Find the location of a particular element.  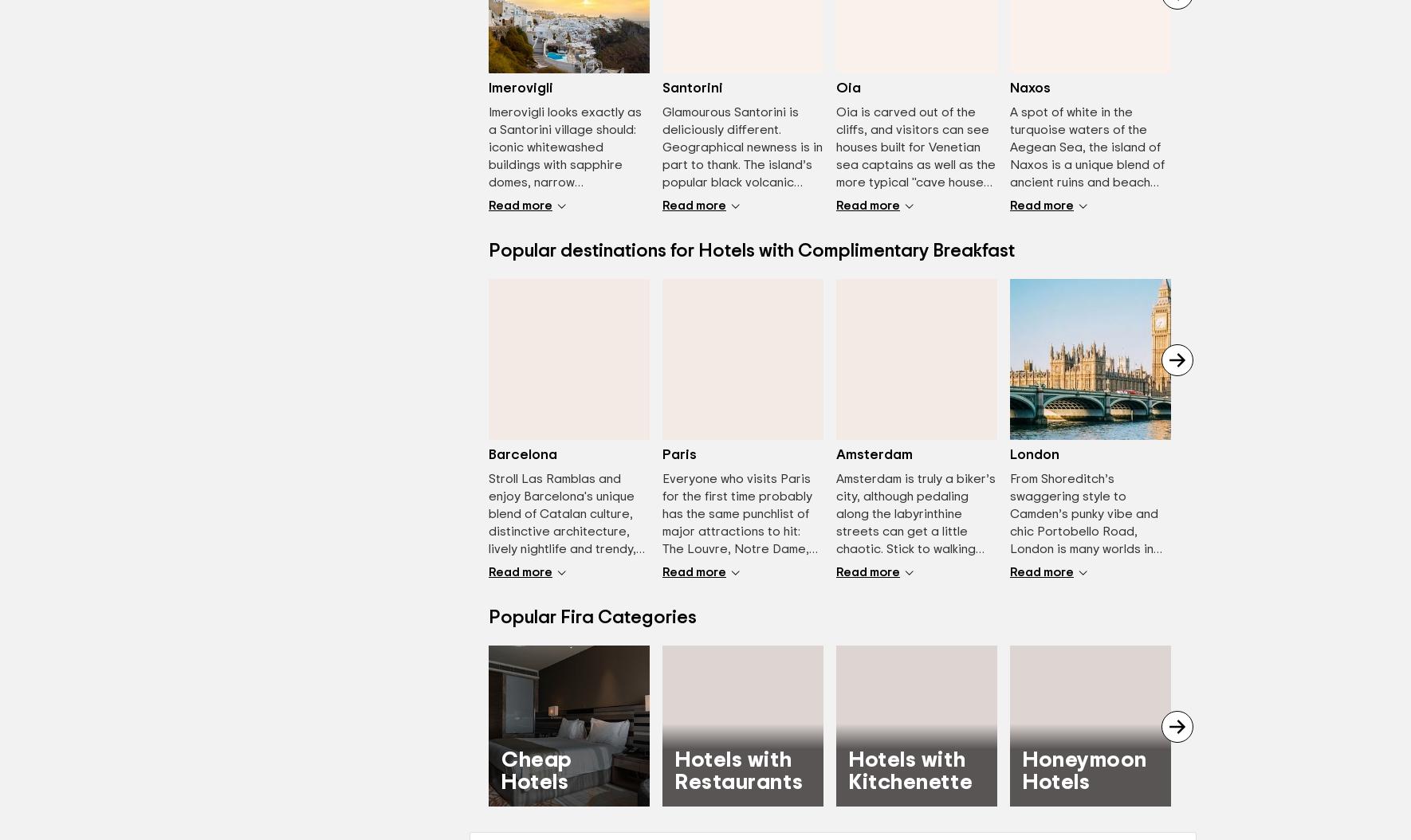

'Amsterdam' is located at coordinates (875, 454).